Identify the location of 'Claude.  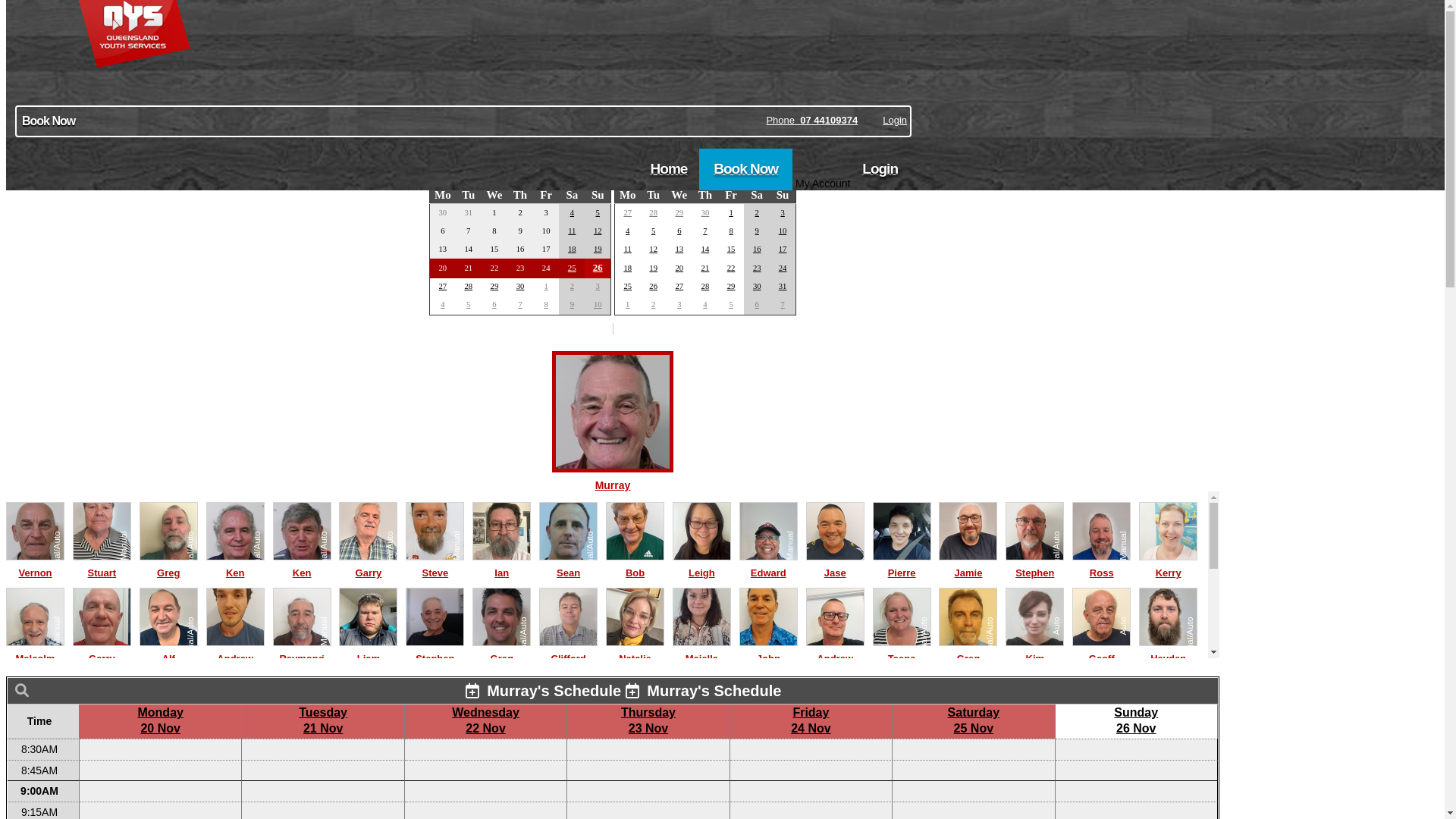
(337, 736).